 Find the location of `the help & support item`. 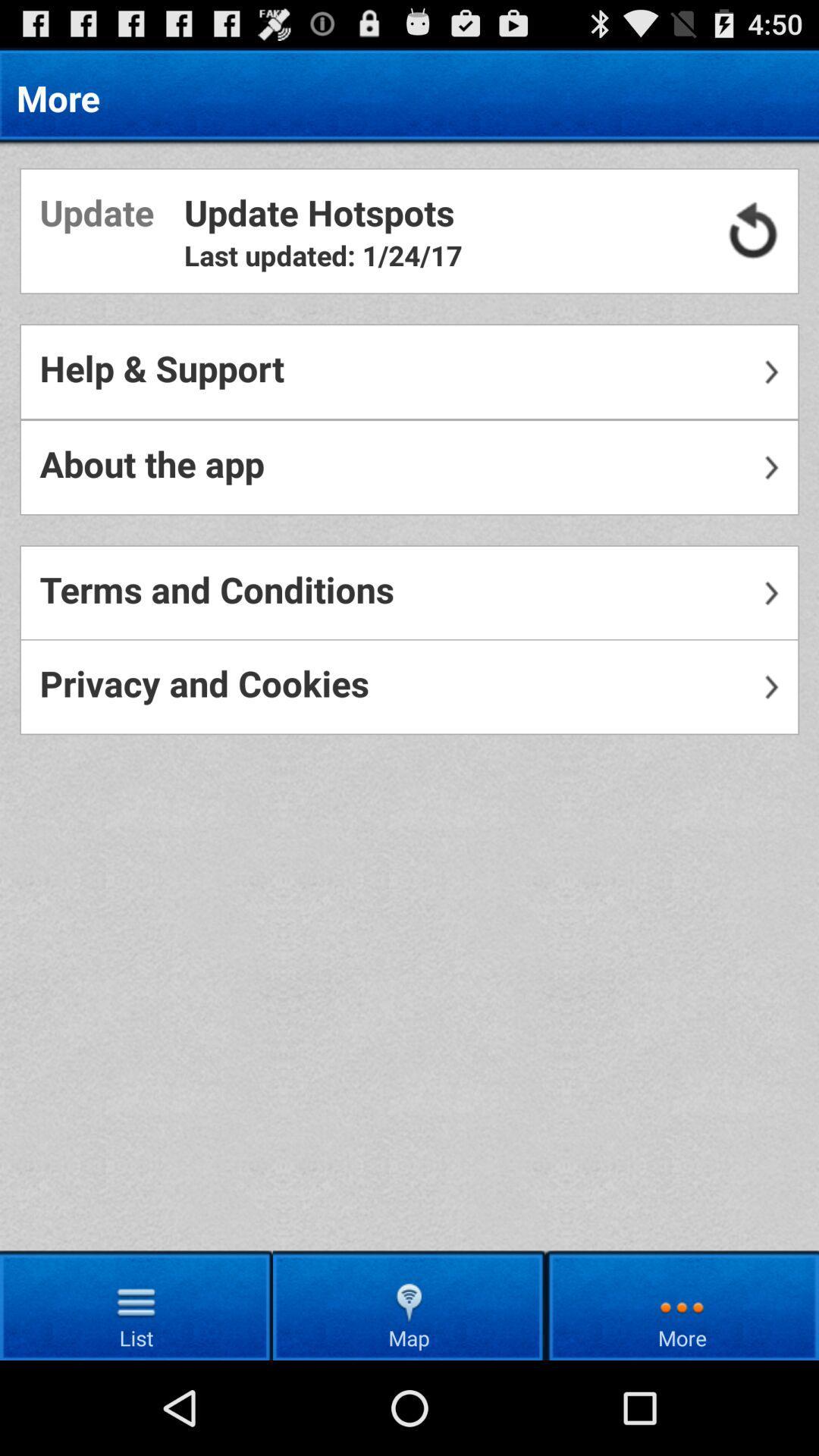

the help & support item is located at coordinates (409, 372).